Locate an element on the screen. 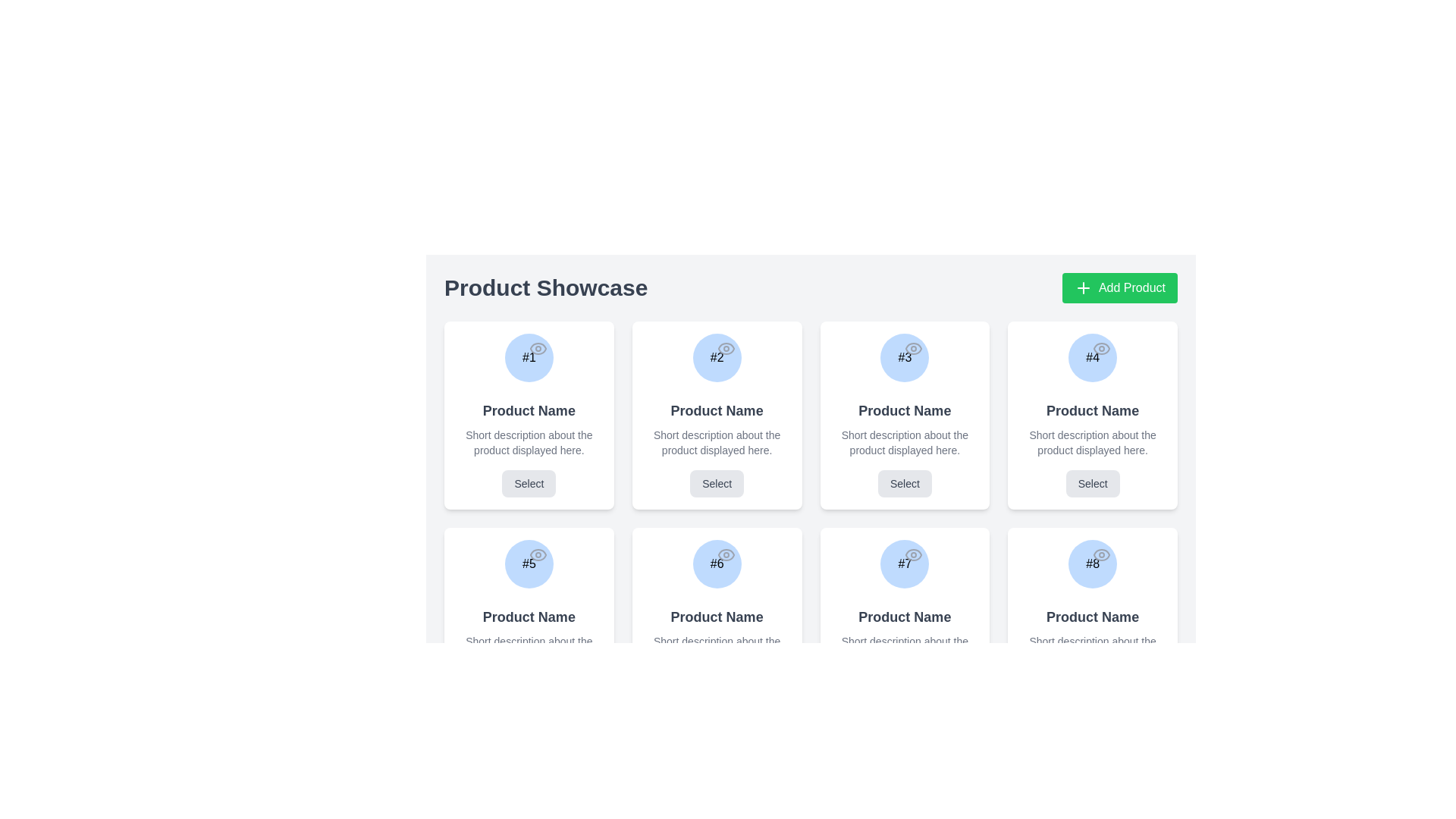 The image size is (1456, 819). product description text located in the first product card beneath the title 'Product Name' and above the 'Select' button is located at coordinates (529, 442).